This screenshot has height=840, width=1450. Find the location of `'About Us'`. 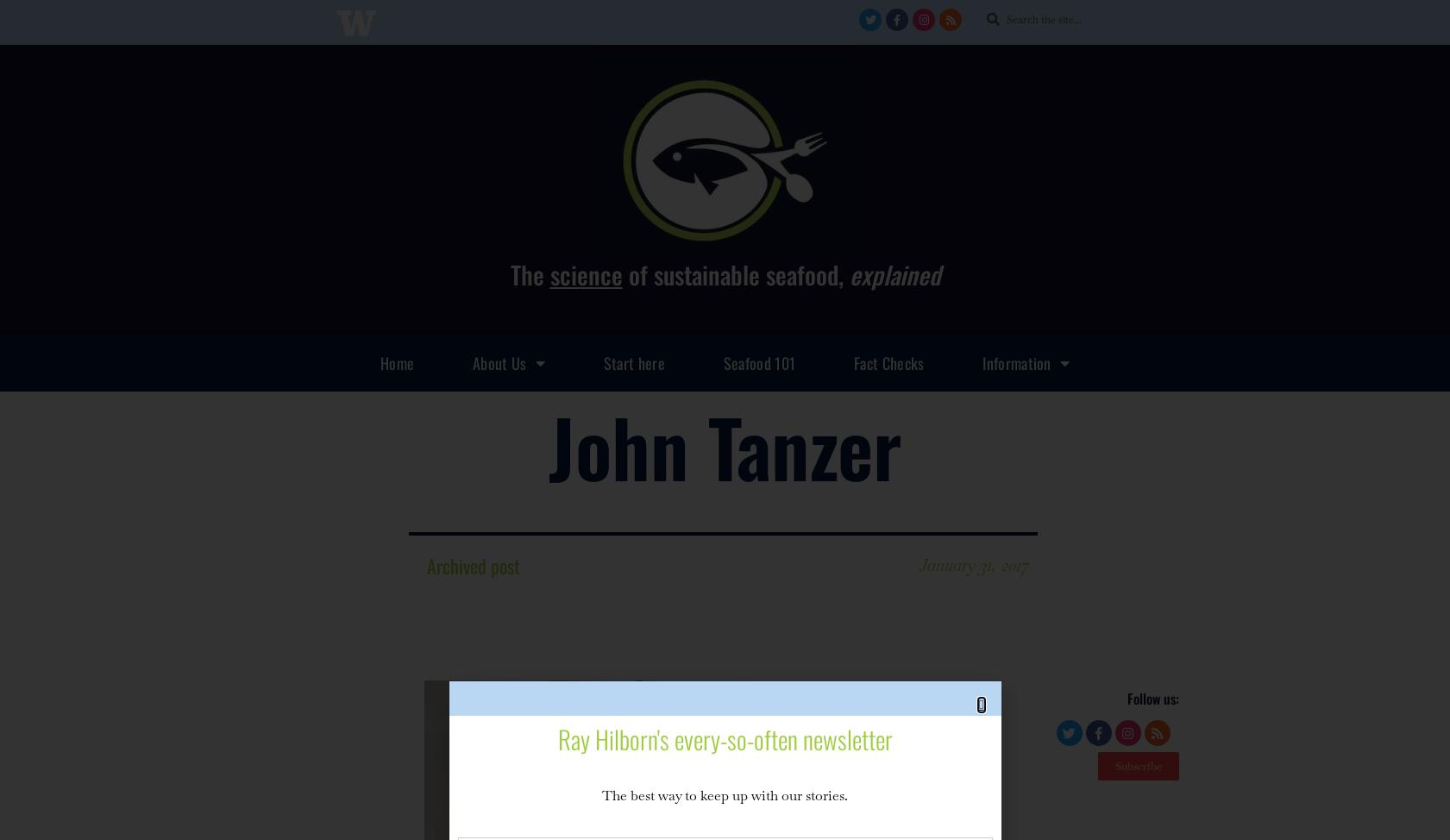

'About Us' is located at coordinates (472, 360).